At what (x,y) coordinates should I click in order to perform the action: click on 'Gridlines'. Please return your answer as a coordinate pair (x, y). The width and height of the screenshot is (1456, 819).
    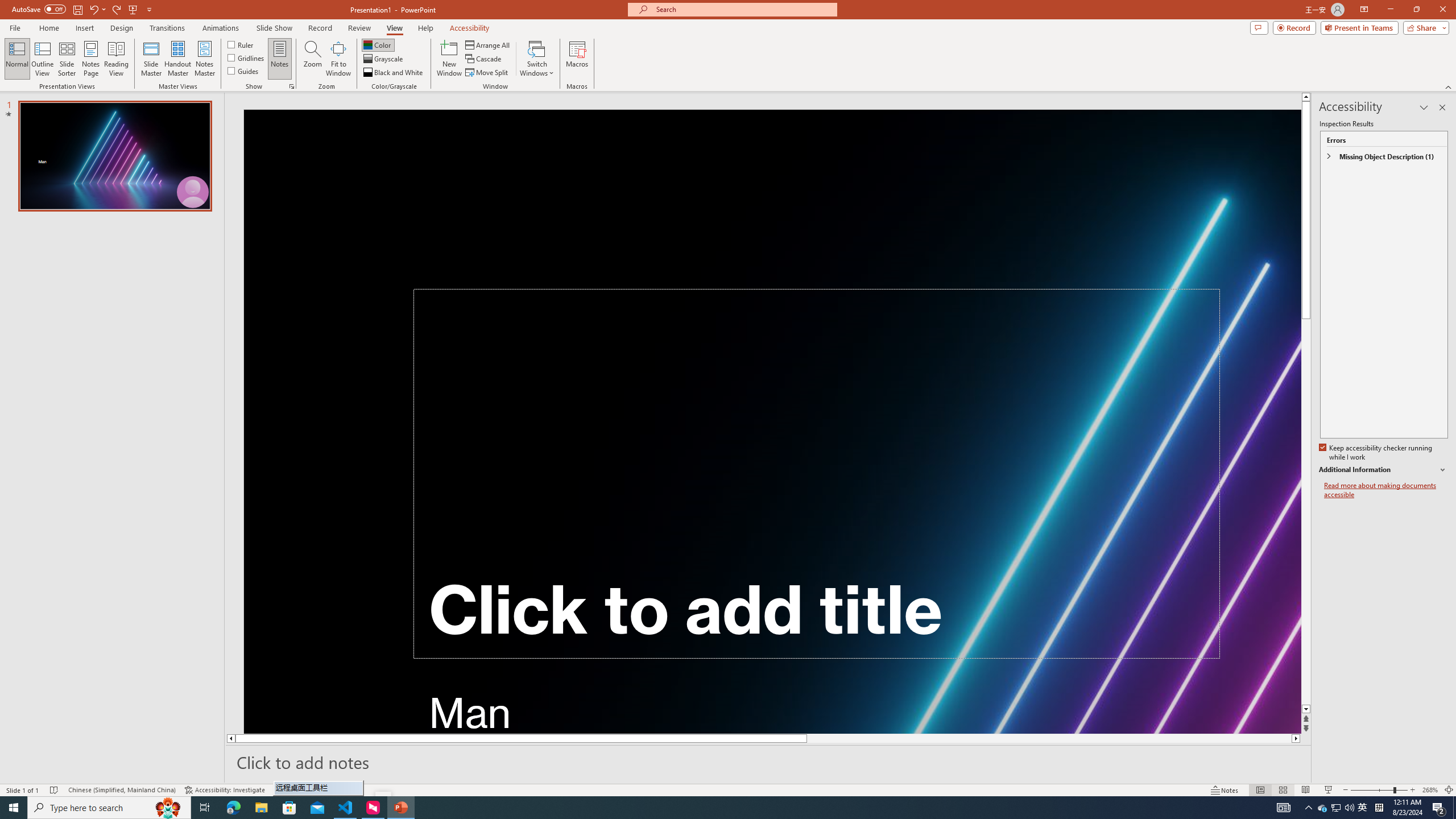
    Looking at the image, I should click on (246, 56).